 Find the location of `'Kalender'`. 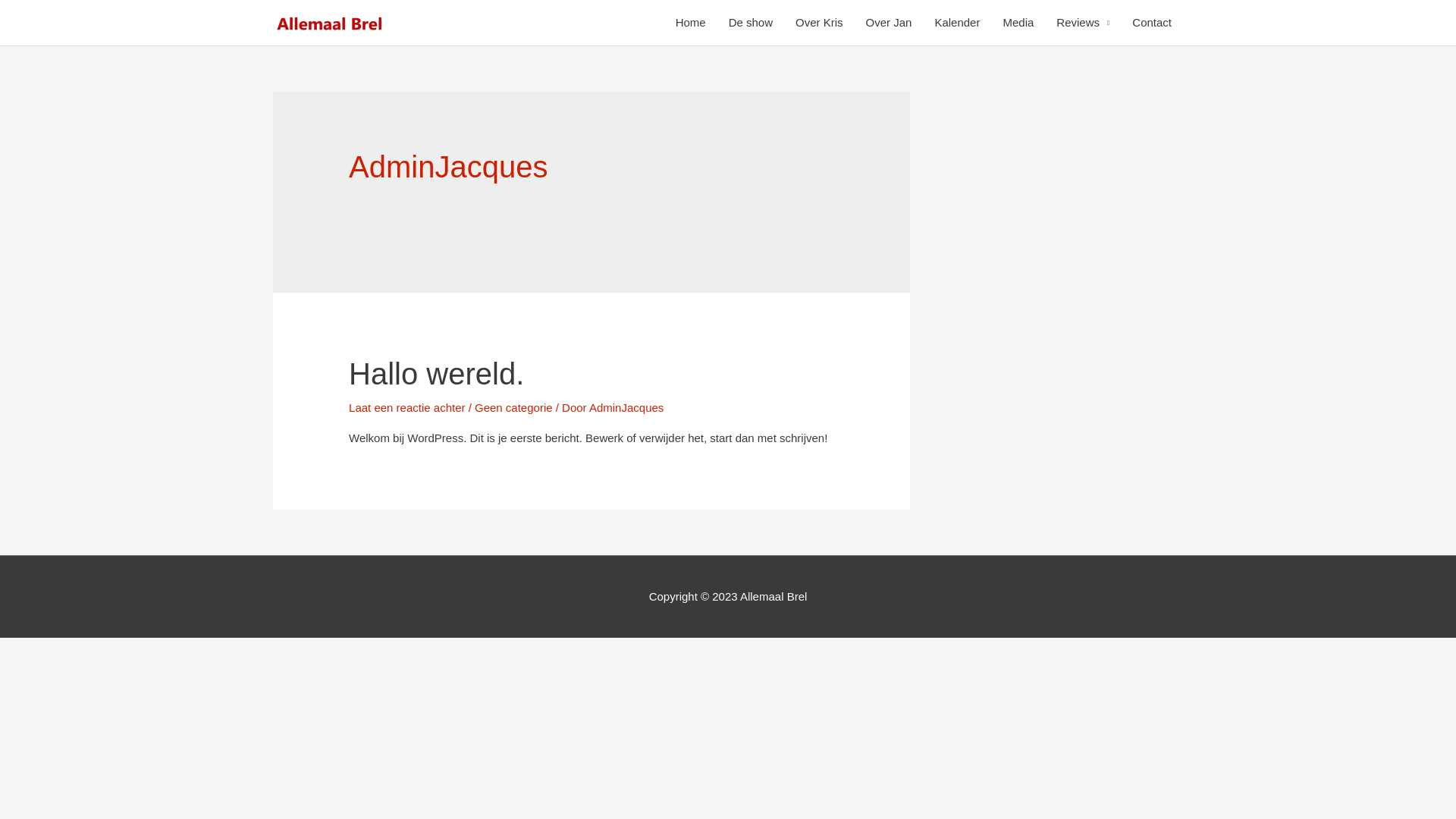

'Kalender' is located at coordinates (956, 23).